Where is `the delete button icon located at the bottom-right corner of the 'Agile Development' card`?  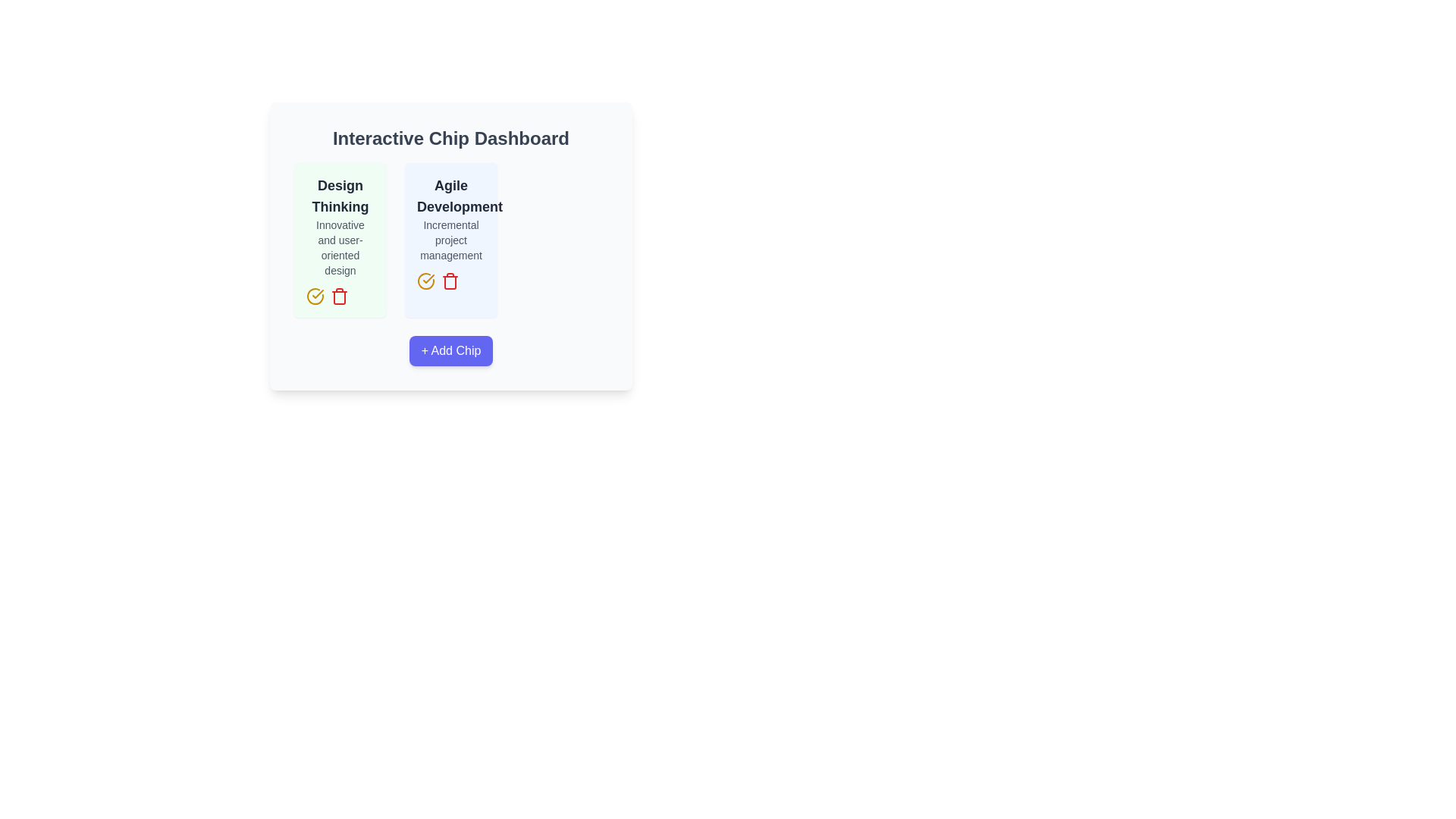 the delete button icon located at the bottom-right corner of the 'Agile Development' card is located at coordinates (450, 281).